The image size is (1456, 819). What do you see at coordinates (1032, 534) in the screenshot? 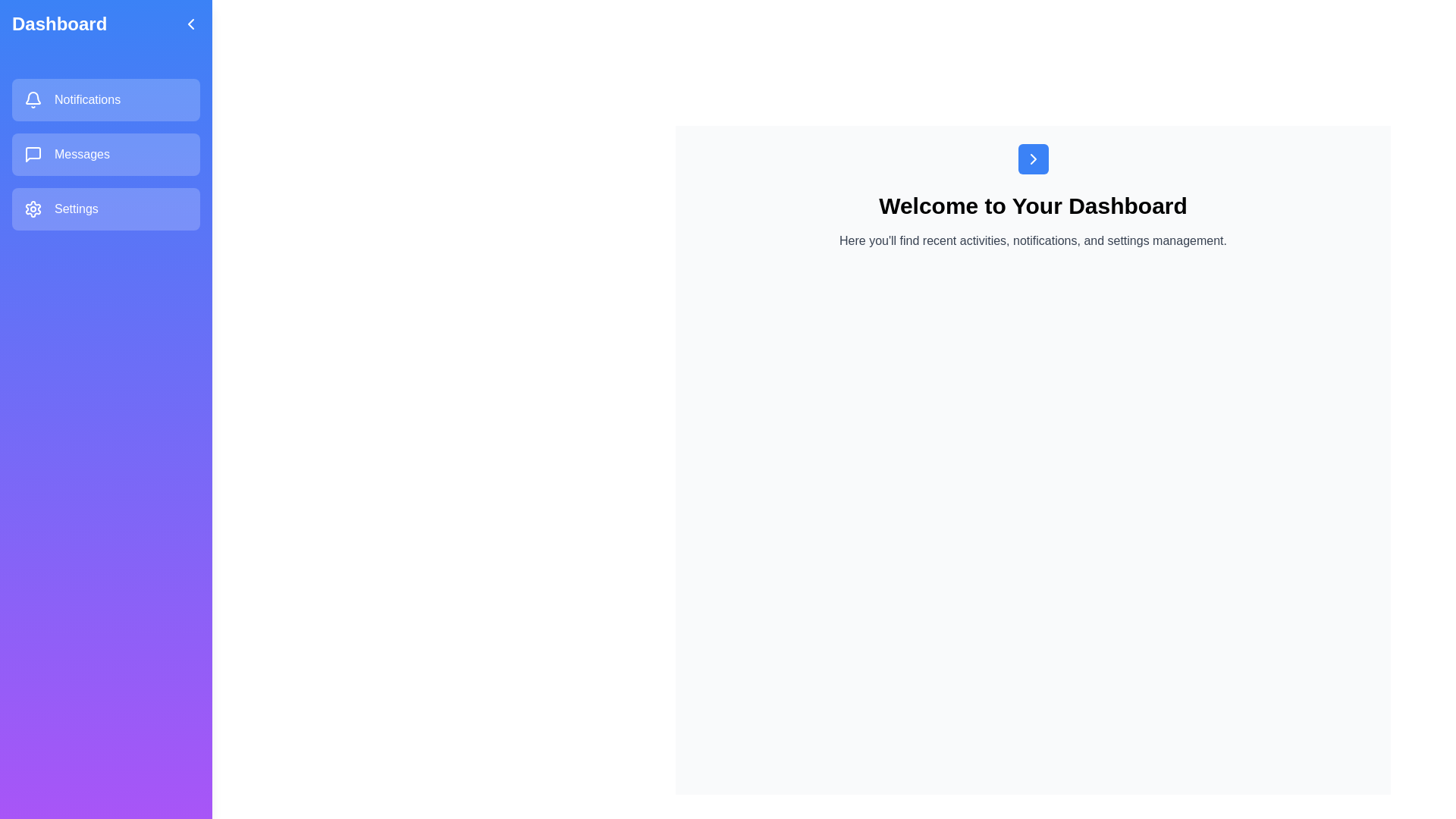
I see `the main area of the dashboard` at bounding box center [1032, 534].